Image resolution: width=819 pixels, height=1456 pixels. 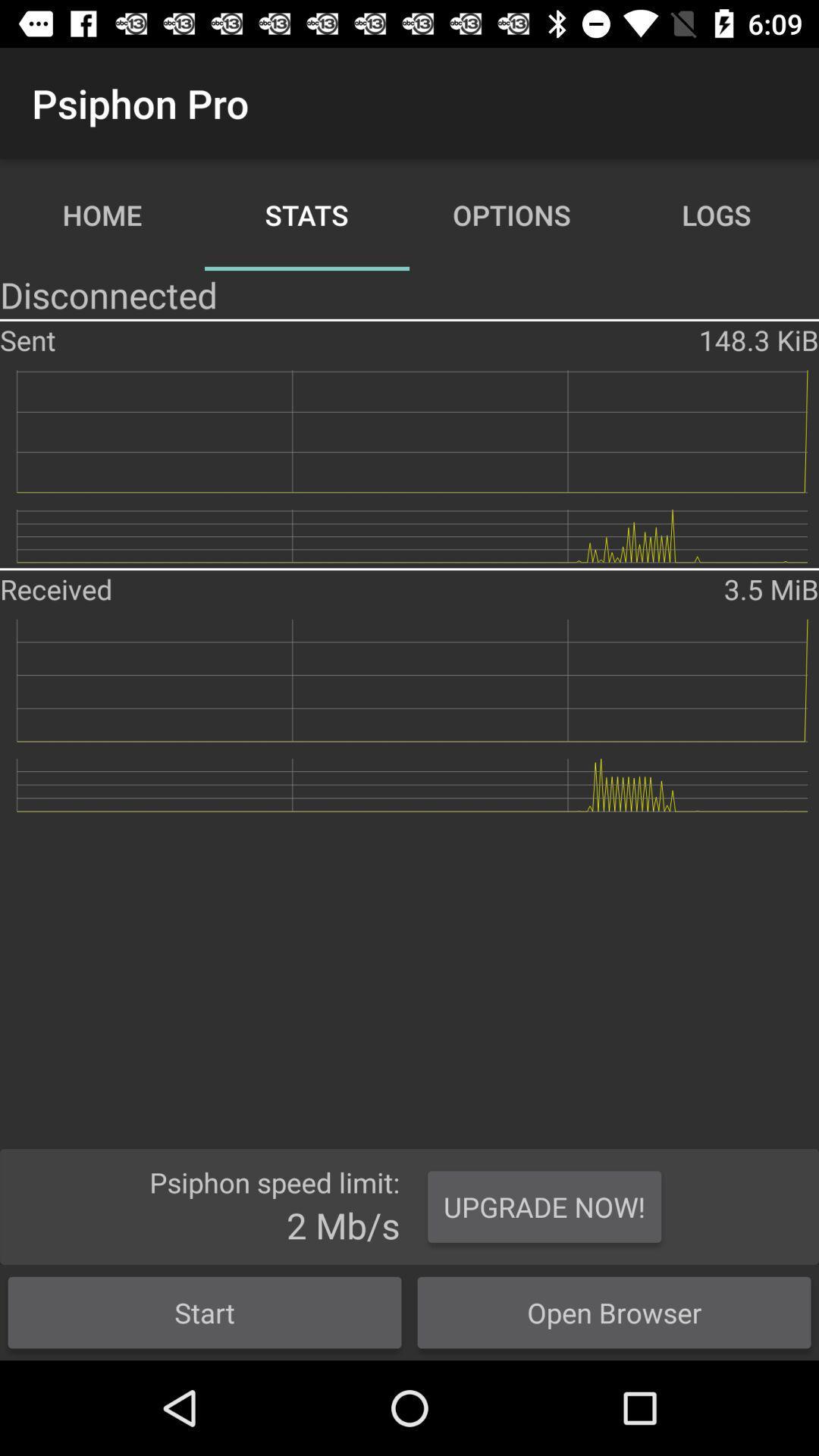 What do you see at coordinates (614, 1312) in the screenshot?
I see `the open browser` at bounding box center [614, 1312].